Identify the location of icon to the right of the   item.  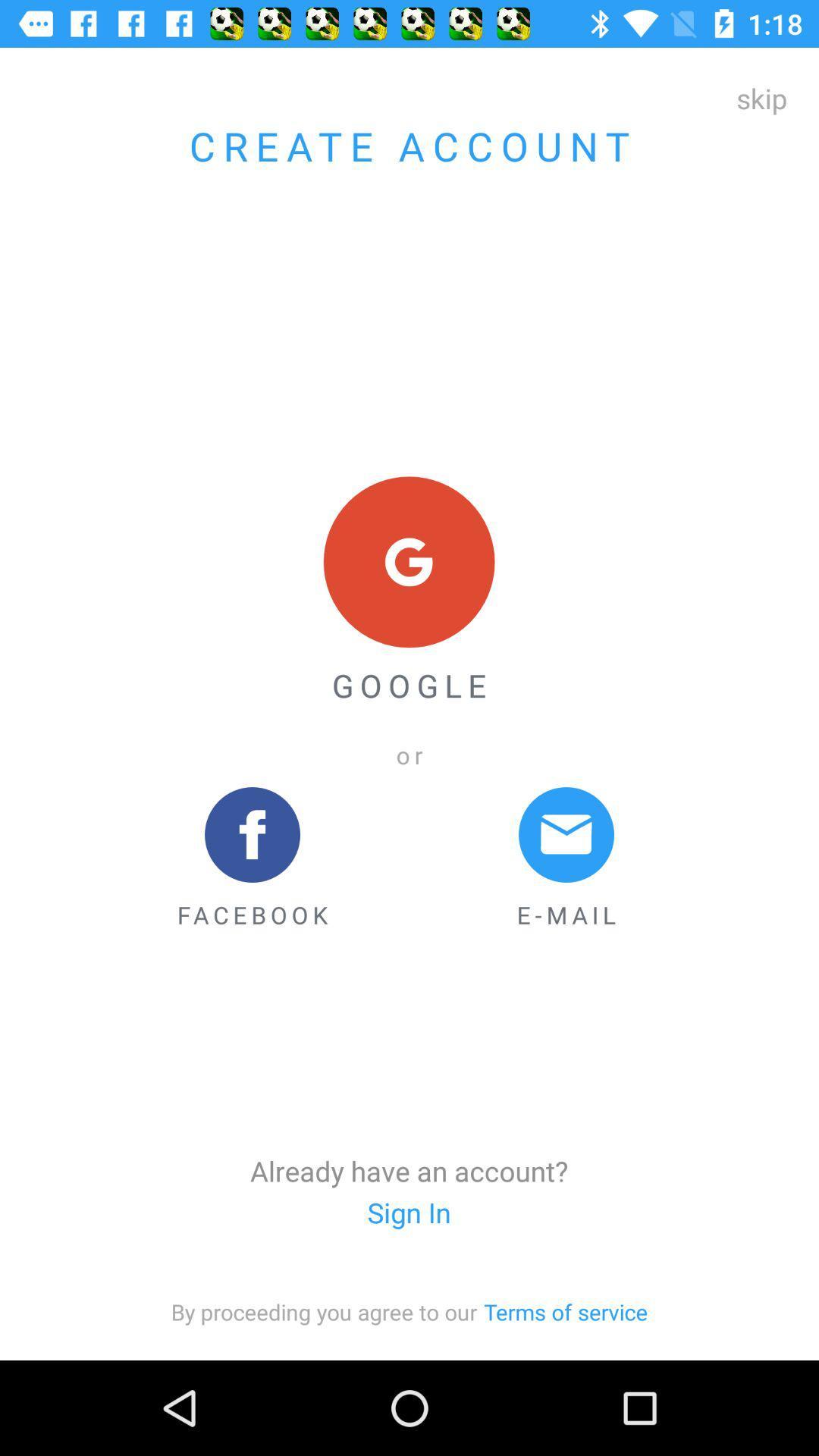
(566, 1310).